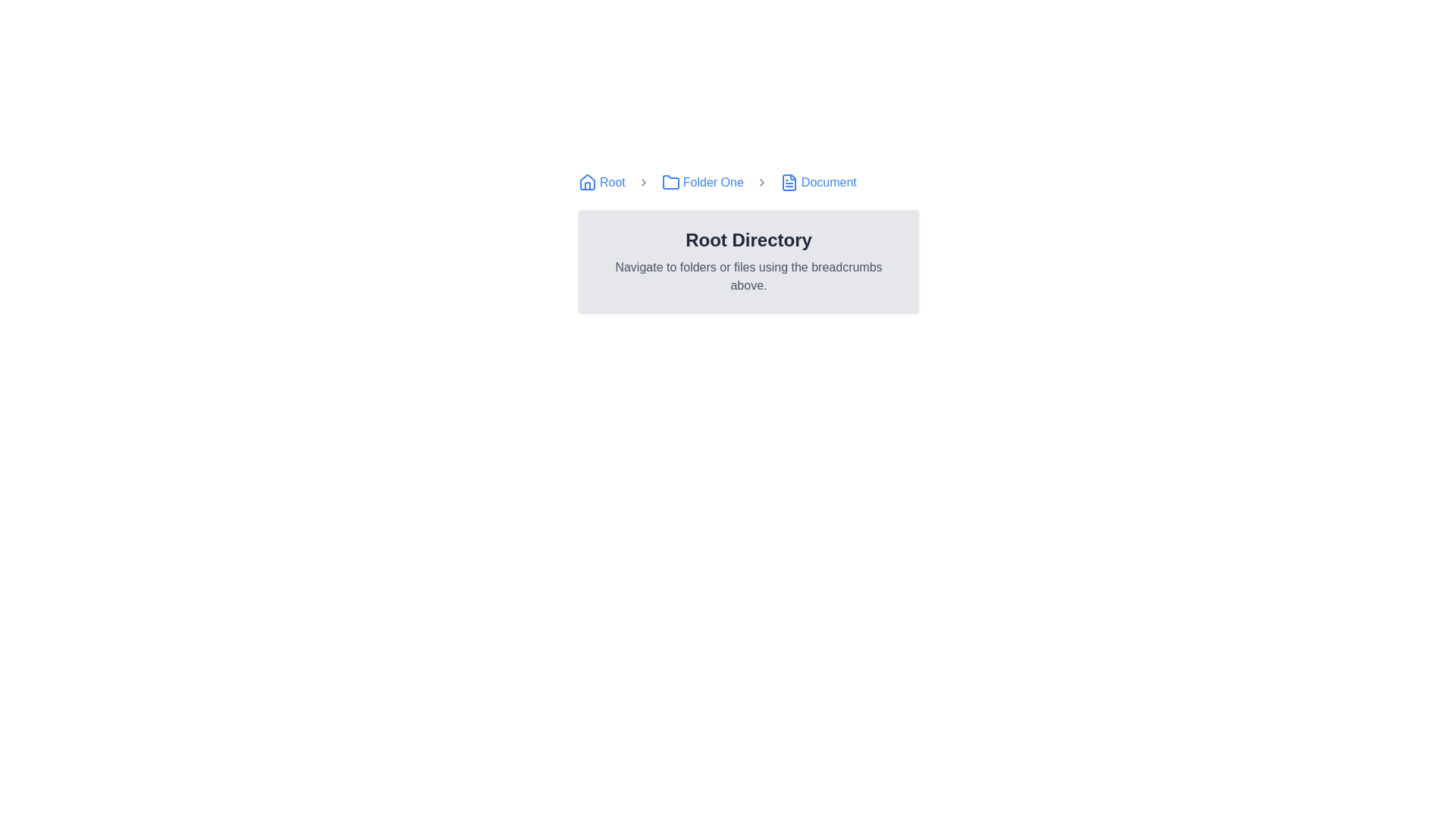 This screenshot has width=1456, height=819. Describe the element at coordinates (643, 181) in the screenshot. I see `the breadcrumb separator icon located between the 'Root' text and the 'Folder One' text link` at that location.